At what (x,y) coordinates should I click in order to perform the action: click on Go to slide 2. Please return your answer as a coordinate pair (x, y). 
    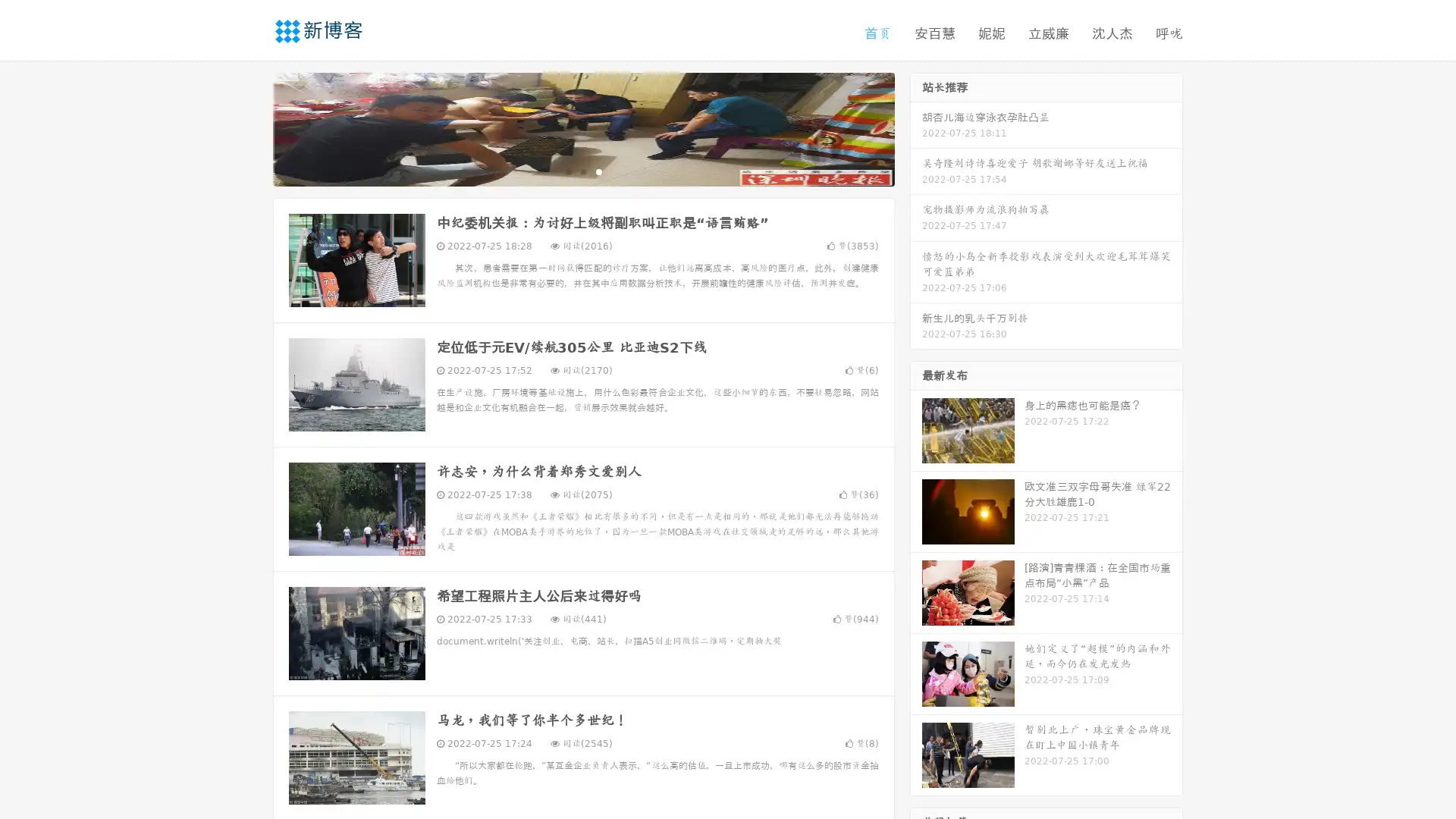
    Looking at the image, I should click on (582, 171).